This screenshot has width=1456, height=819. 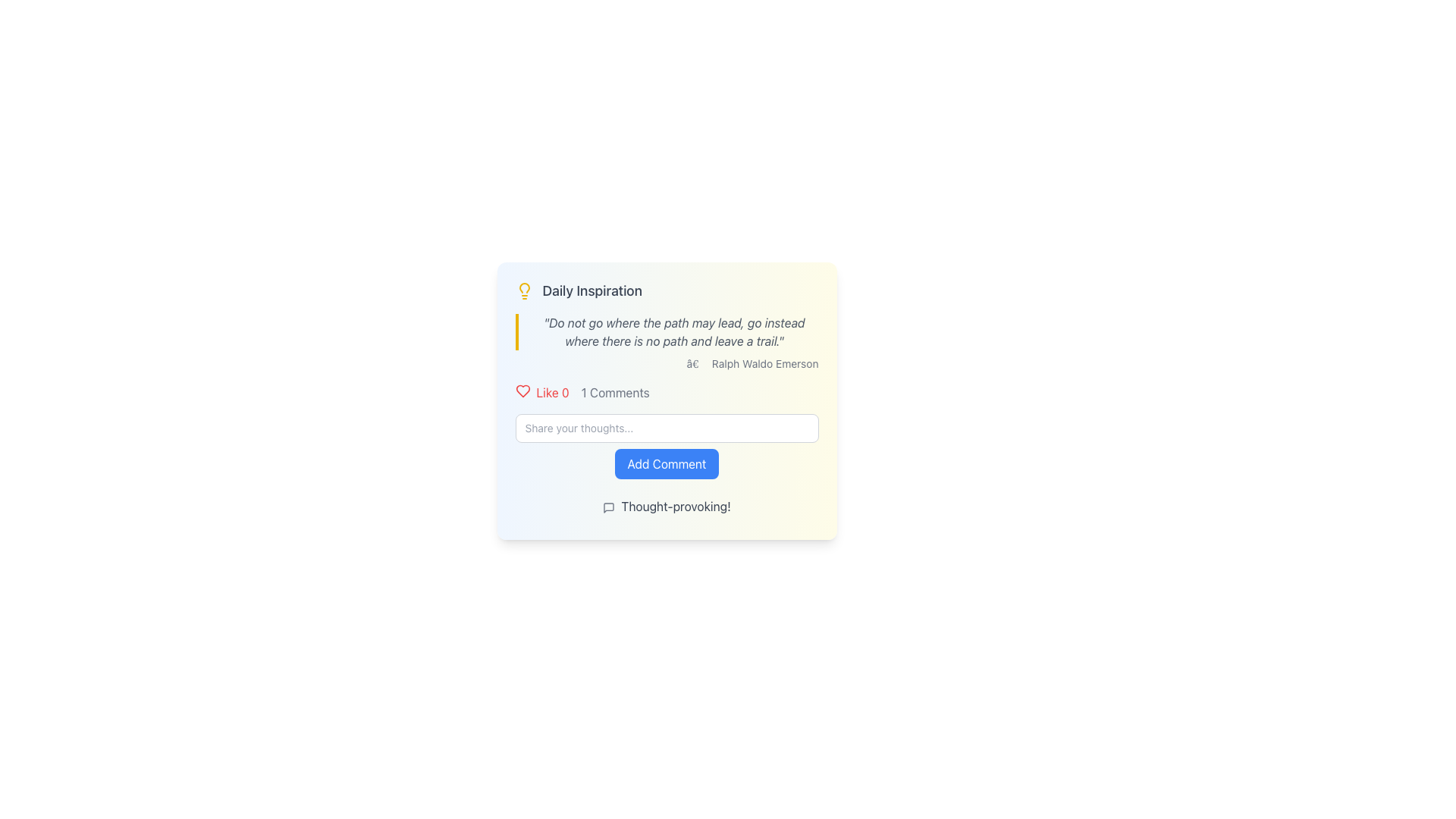 What do you see at coordinates (542, 391) in the screenshot?
I see `the 'Like 0' button represented by a red heart icon to like or unlike the content` at bounding box center [542, 391].